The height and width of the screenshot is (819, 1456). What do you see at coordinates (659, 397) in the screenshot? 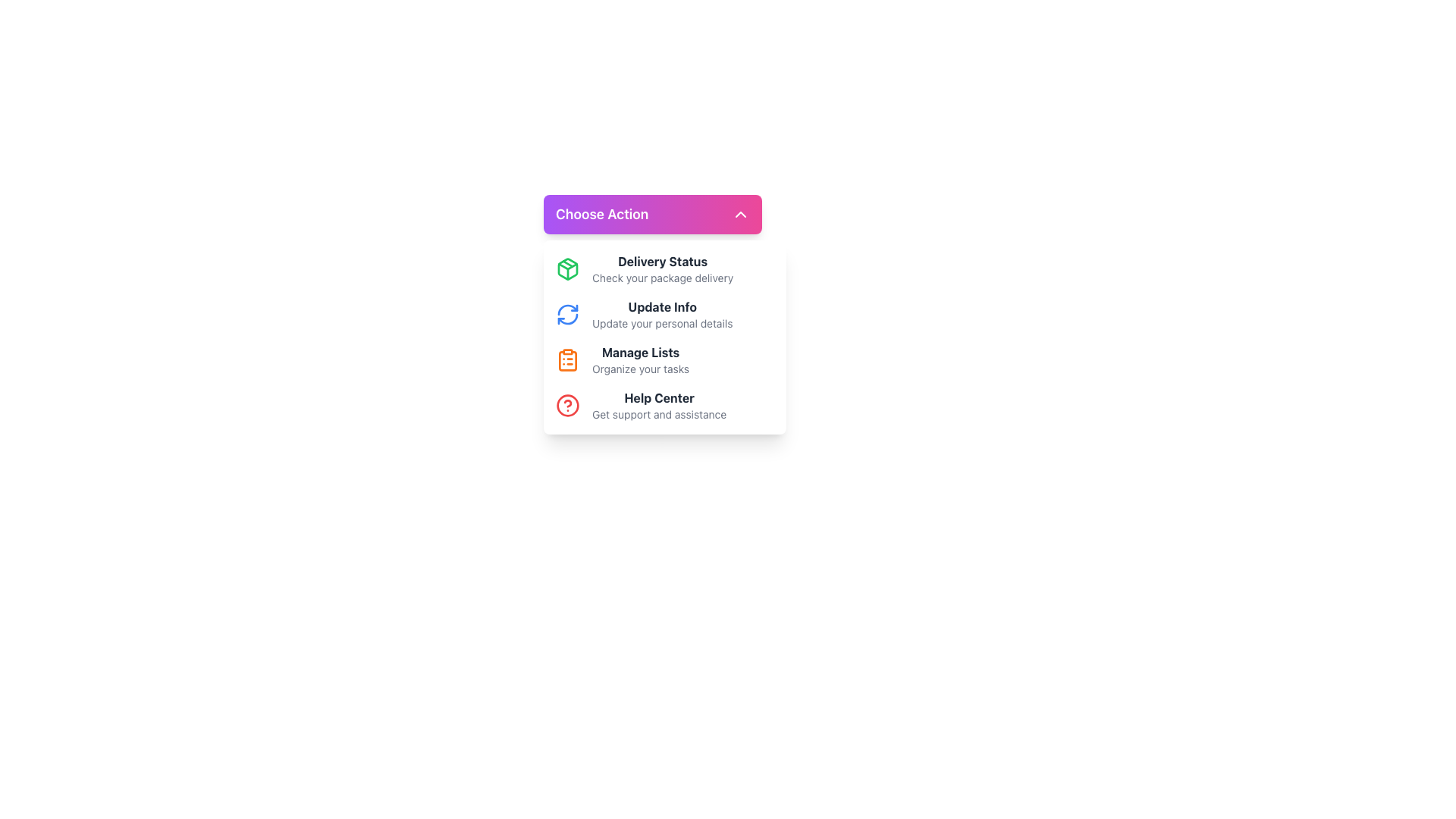
I see `text label displaying 'Help Center' located in the dropdown menu for assistance options` at bounding box center [659, 397].